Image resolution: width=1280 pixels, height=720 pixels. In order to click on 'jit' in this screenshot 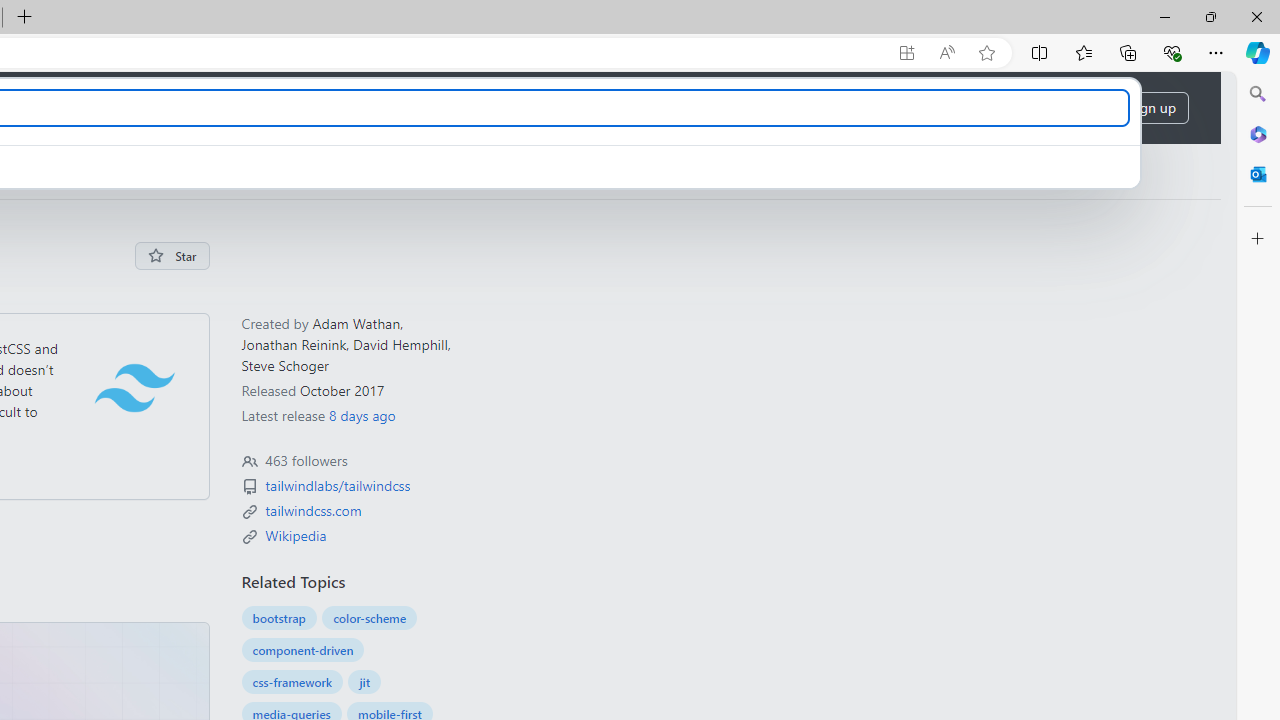, I will do `click(364, 681)`.